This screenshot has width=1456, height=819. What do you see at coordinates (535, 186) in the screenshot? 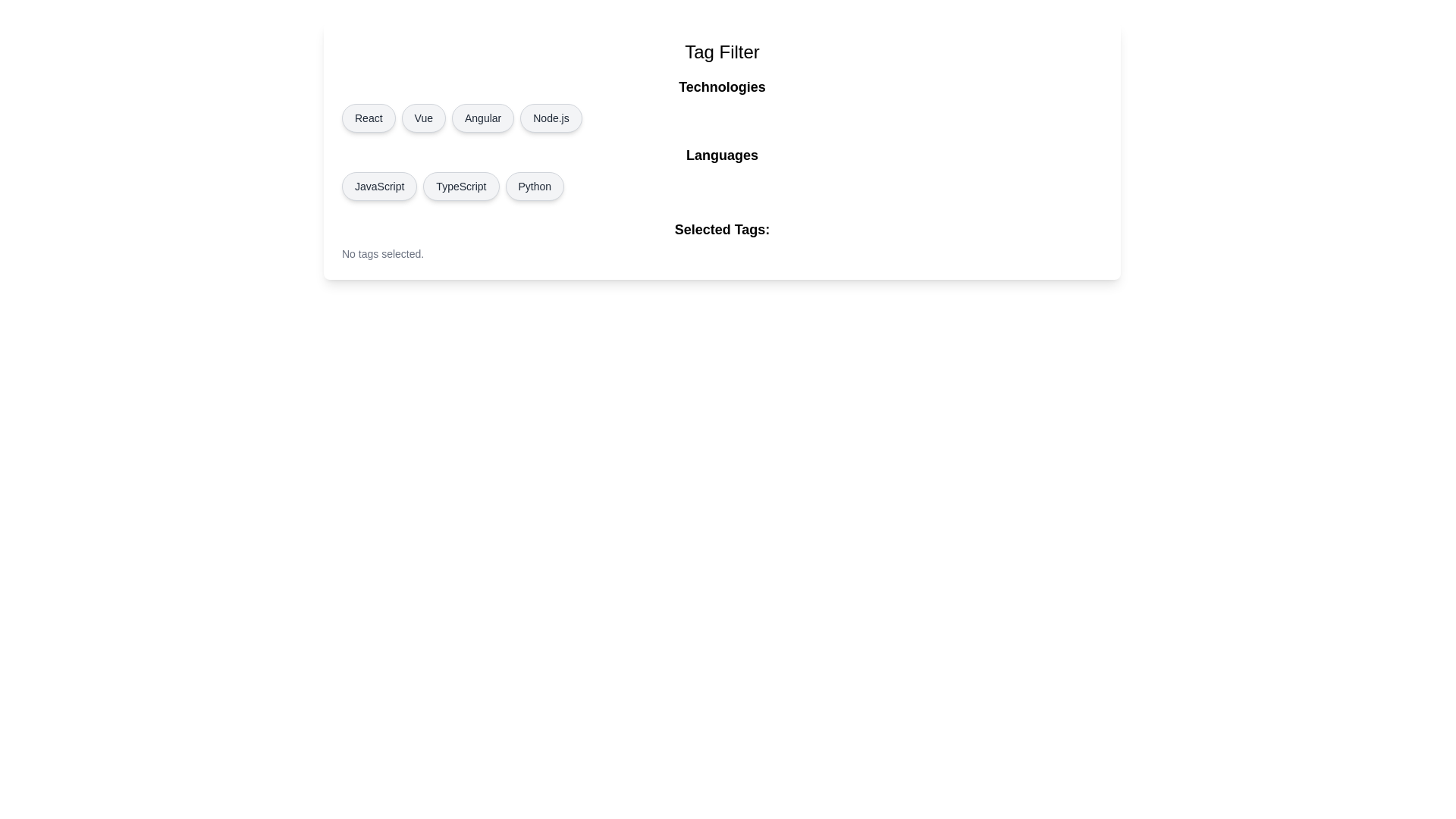
I see `the button labeled 'Python' which is the third button in a horizontal group under the 'Technologies' section` at bounding box center [535, 186].